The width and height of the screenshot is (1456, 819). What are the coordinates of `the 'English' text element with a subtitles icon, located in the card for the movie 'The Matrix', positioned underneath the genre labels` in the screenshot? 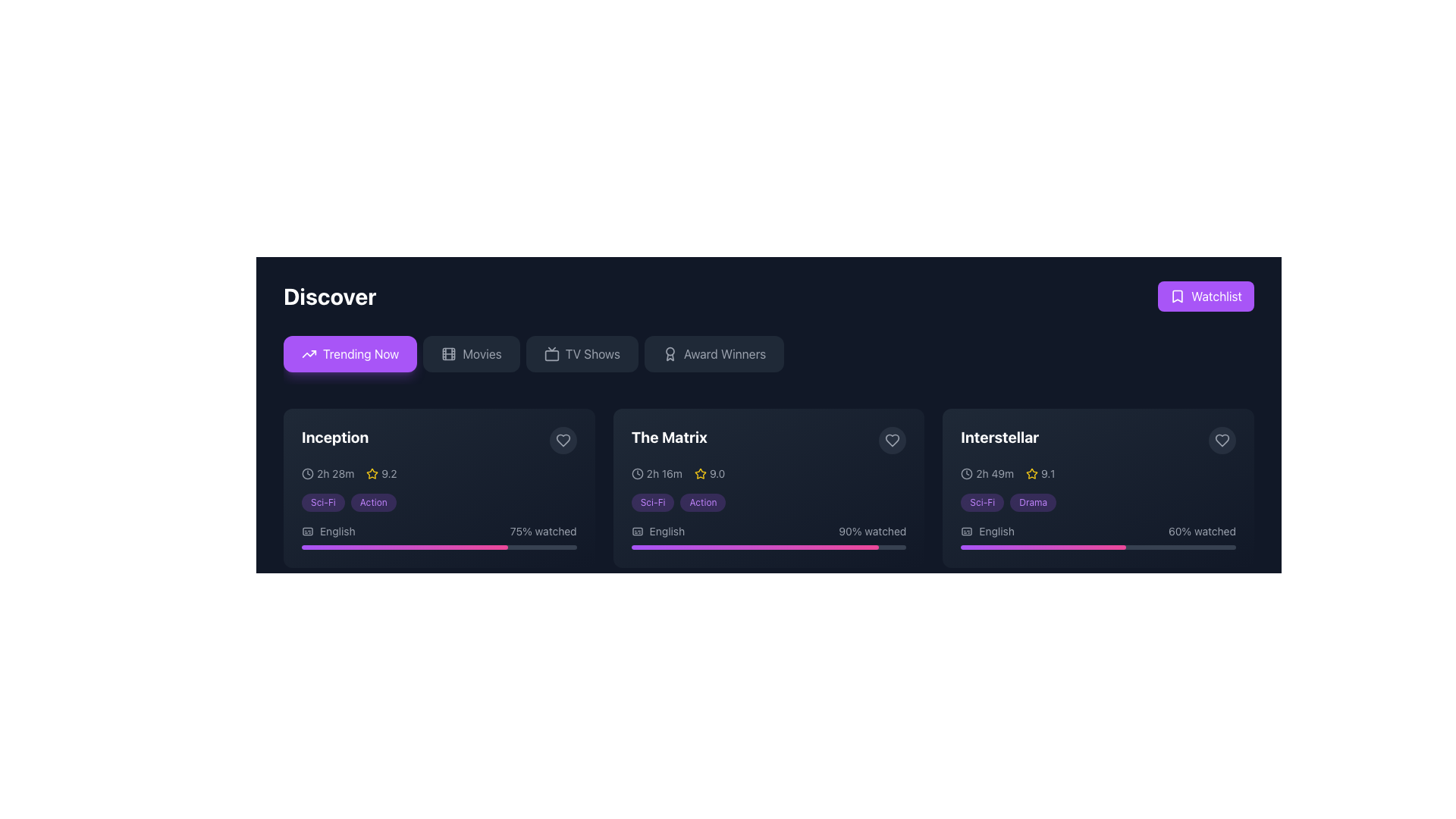 It's located at (658, 531).